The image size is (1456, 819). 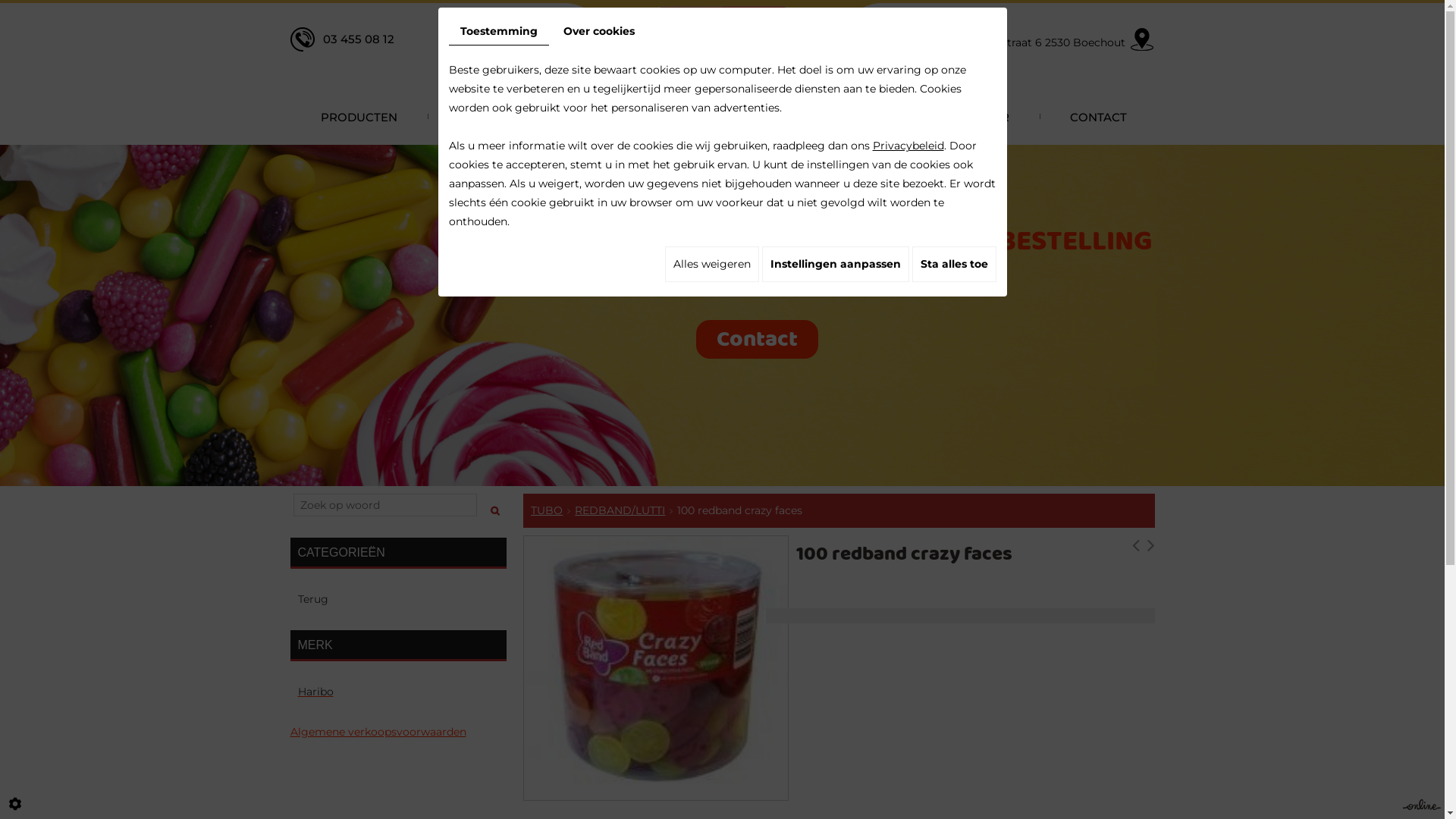 What do you see at coordinates (14, 803) in the screenshot?
I see `'Cookie-instelling bewerken'` at bounding box center [14, 803].